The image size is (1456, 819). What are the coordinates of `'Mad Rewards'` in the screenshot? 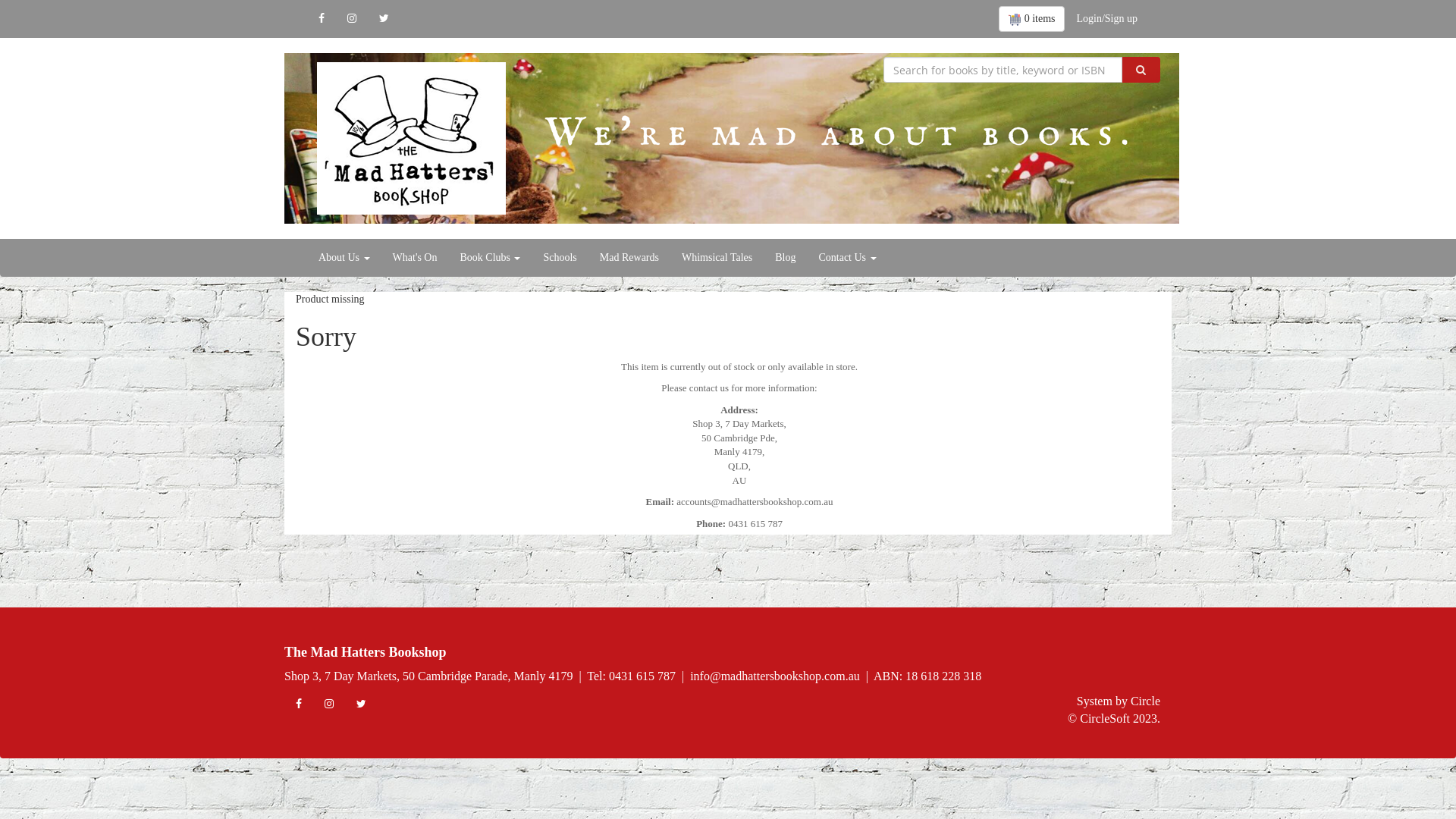 It's located at (629, 256).